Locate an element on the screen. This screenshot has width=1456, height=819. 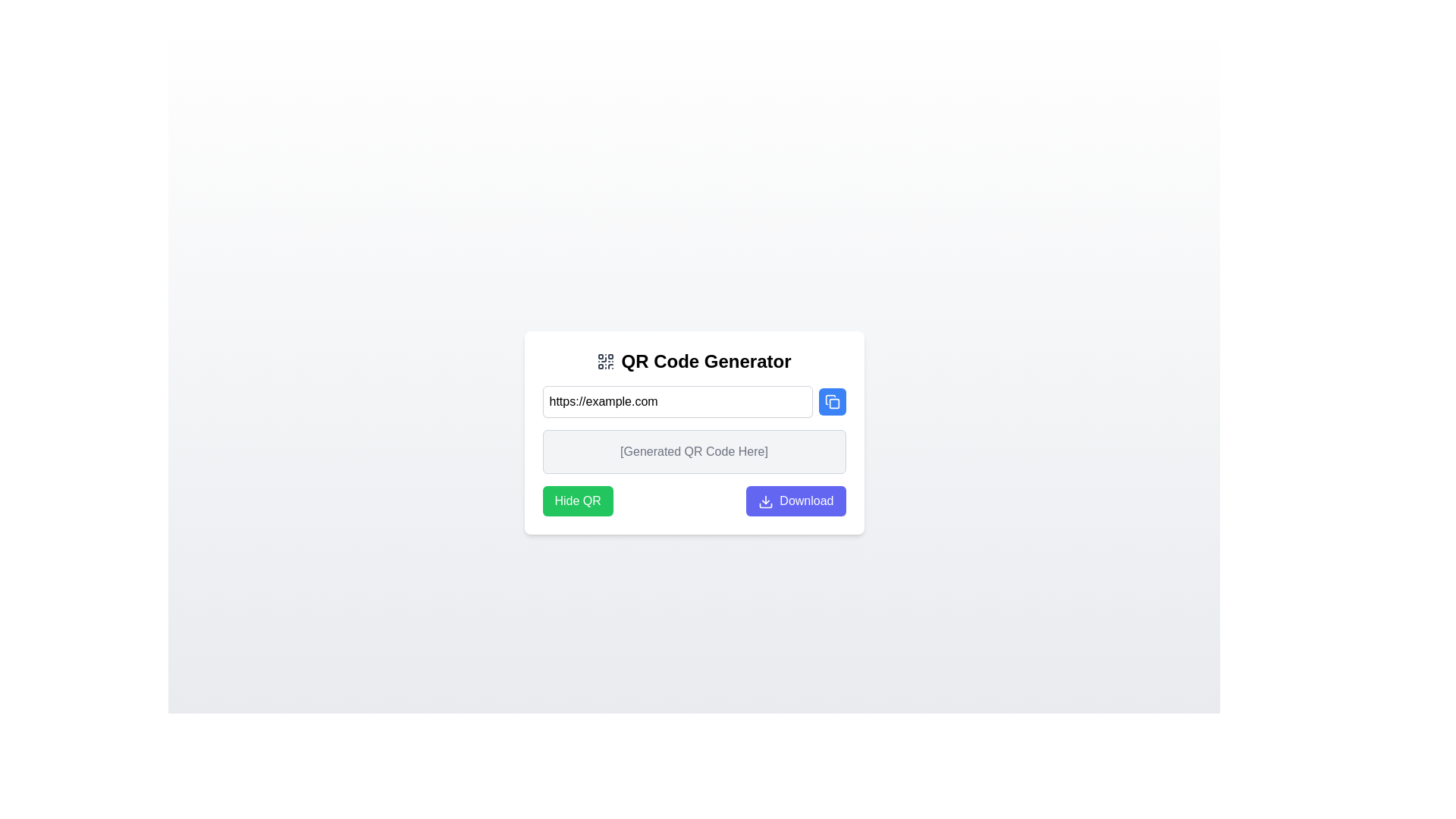
the decorative vector graphic component of the clipboard icon located in the top-right corner of the icon, which is situated to the right of the URL input field labeled 'https://example.com' is located at coordinates (833, 403).